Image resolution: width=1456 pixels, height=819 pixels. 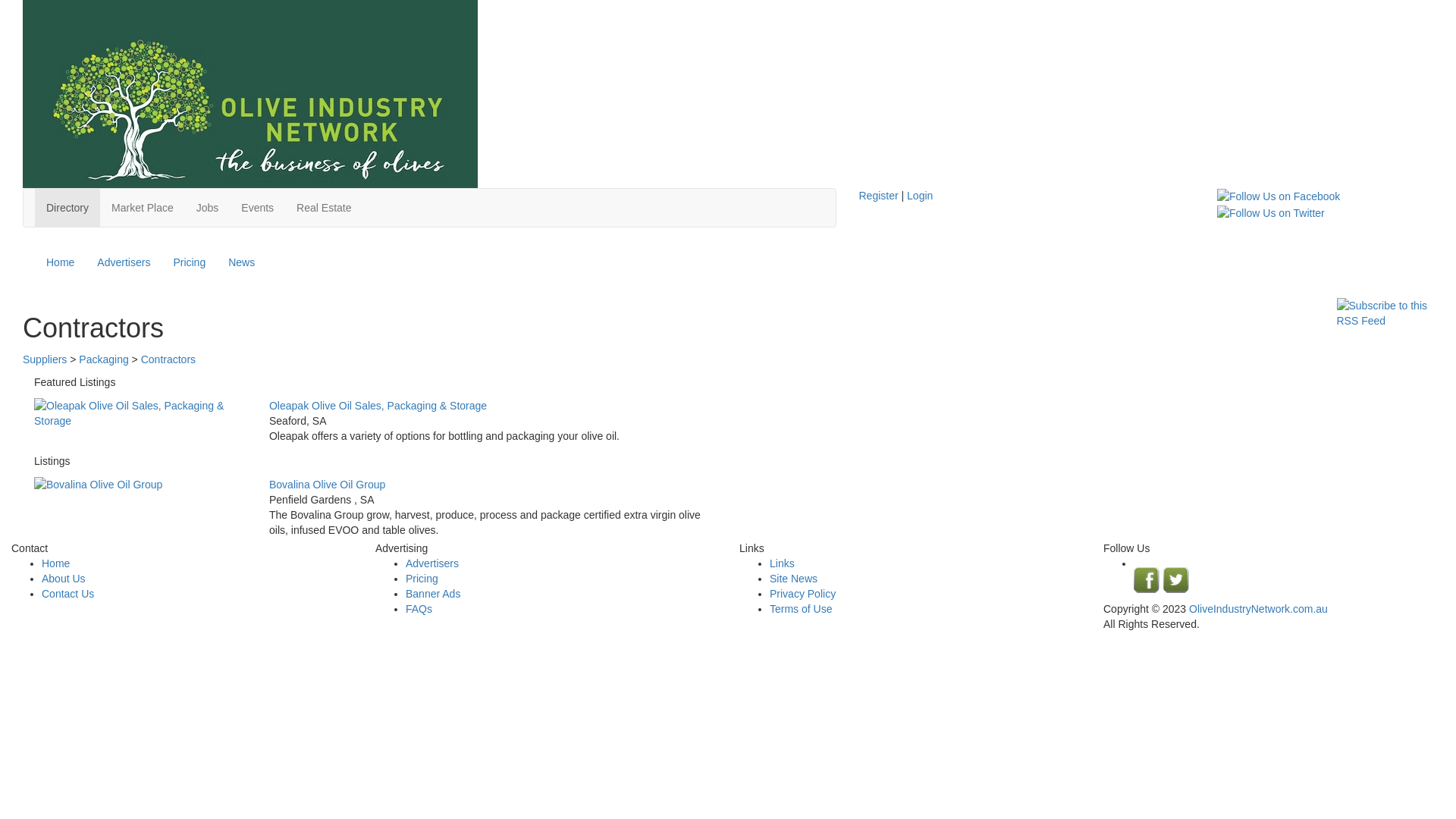 What do you see at coordinates (142, 207) in the screenshot?
I see `'Market Place'` at bounding box center [142, 207].